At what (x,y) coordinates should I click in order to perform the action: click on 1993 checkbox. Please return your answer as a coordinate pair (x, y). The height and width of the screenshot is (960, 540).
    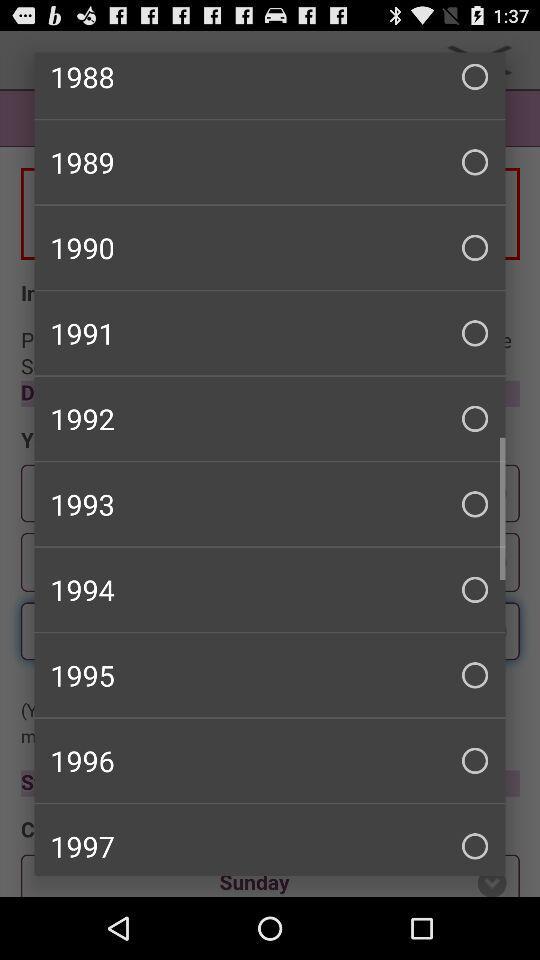
    Looking at the image, I should click on (270, 503).